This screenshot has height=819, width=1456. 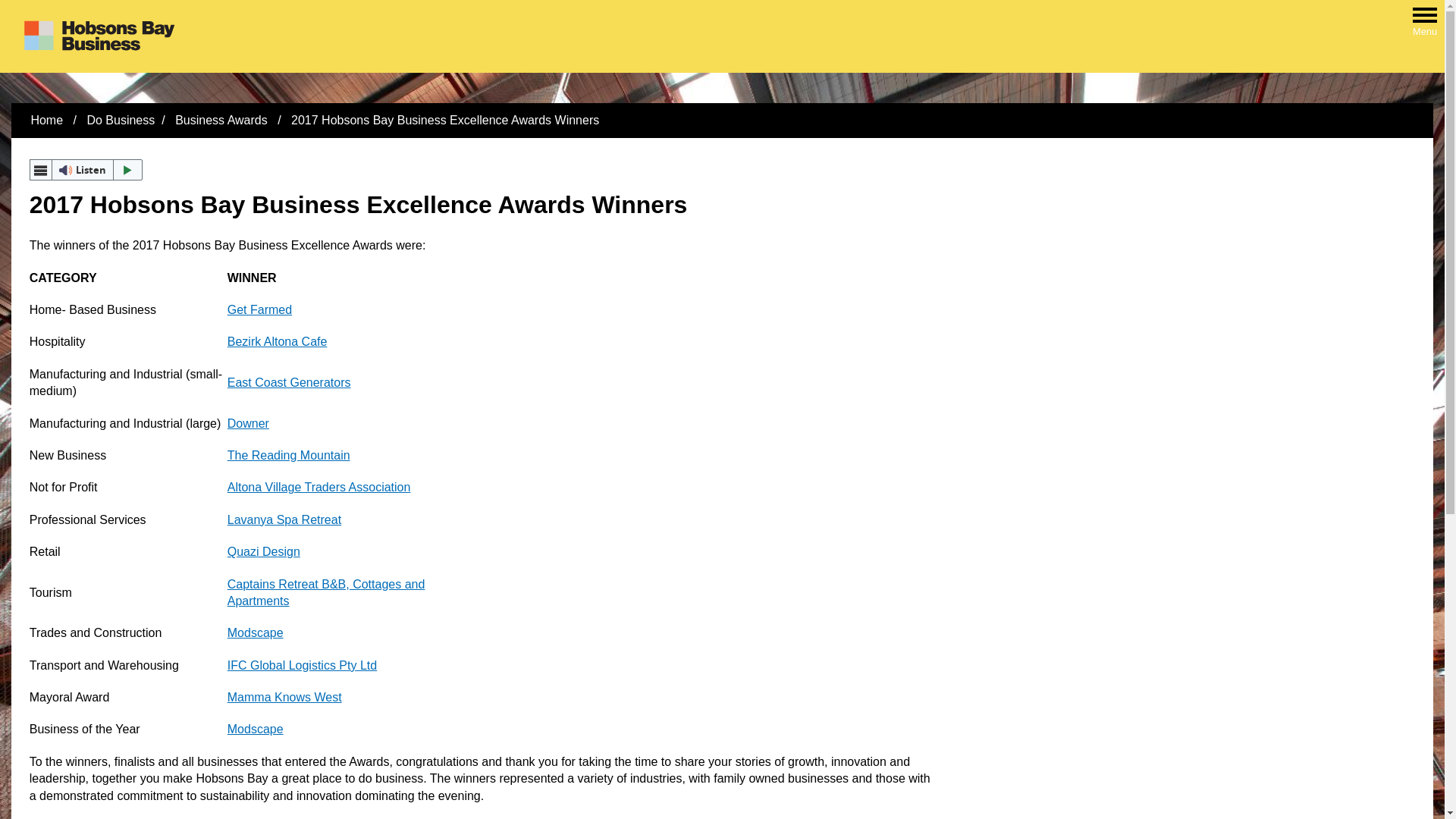 What do you see at coordinates (98, 35) in the screenshot?
I see `'Home - Hobsons Bay City Council - Logo'` at bounding box center [98, 35].